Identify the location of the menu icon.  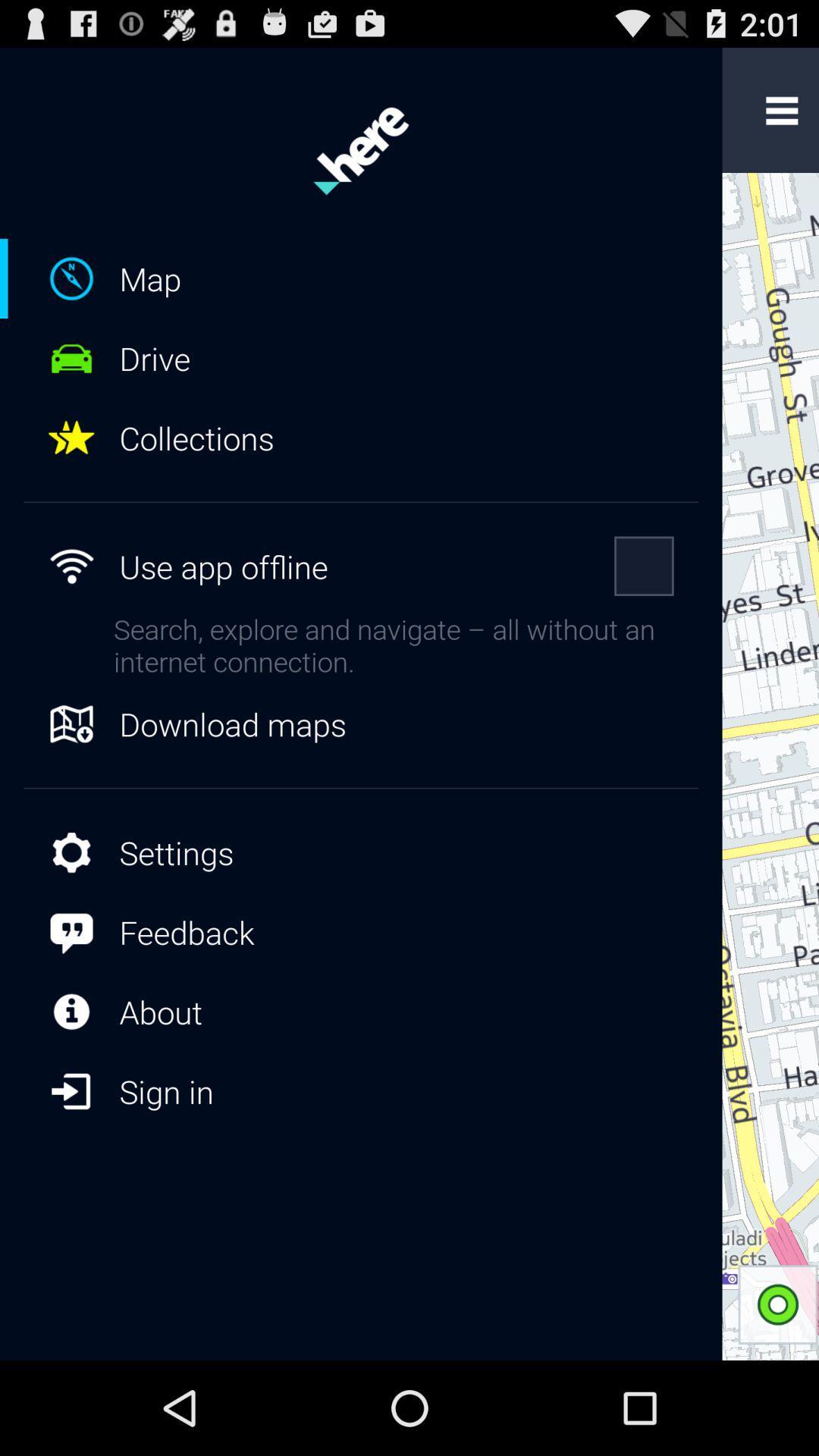
(782, 117).